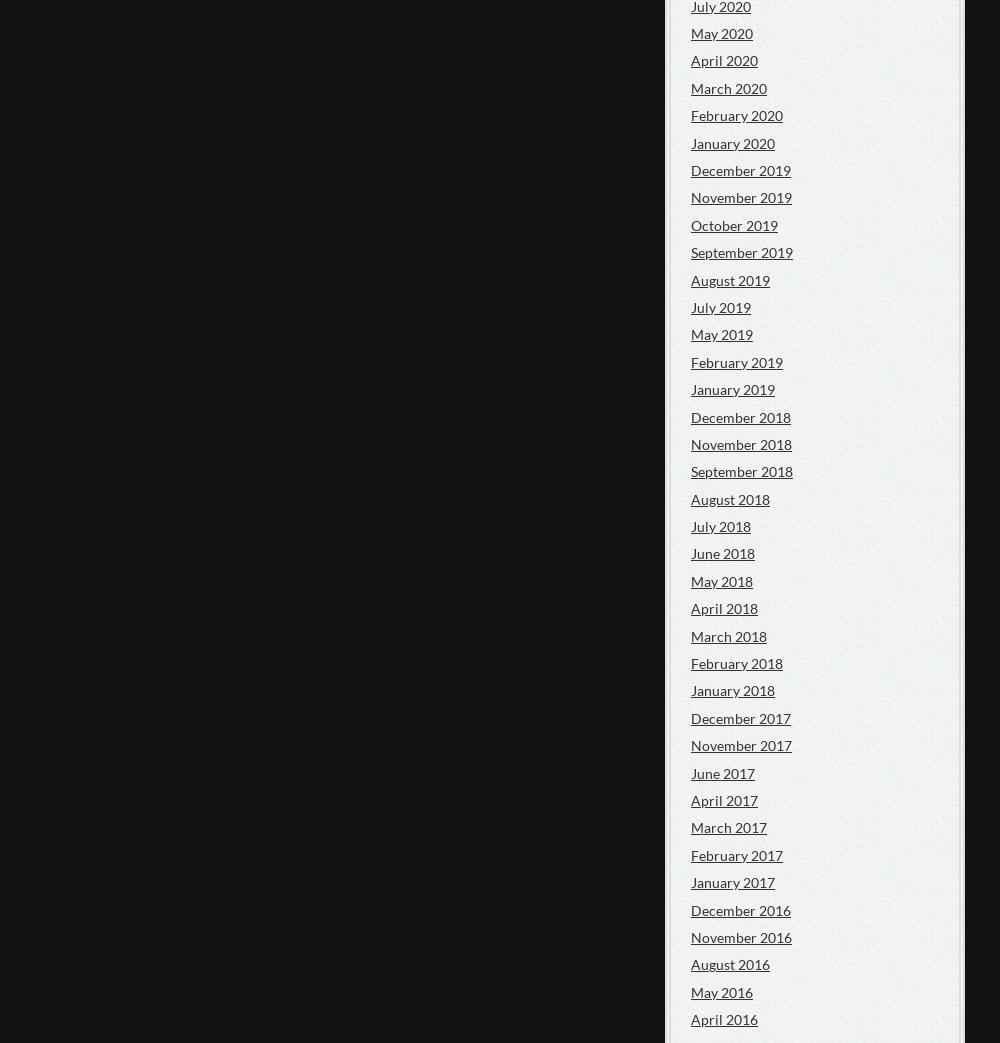 Image resolution: width=1000 pixels, height=1043 pixels. What do you see at coordinates (721, 333) in the screenshot?
I see `'May 2019'` at bounding box center [721, 333].